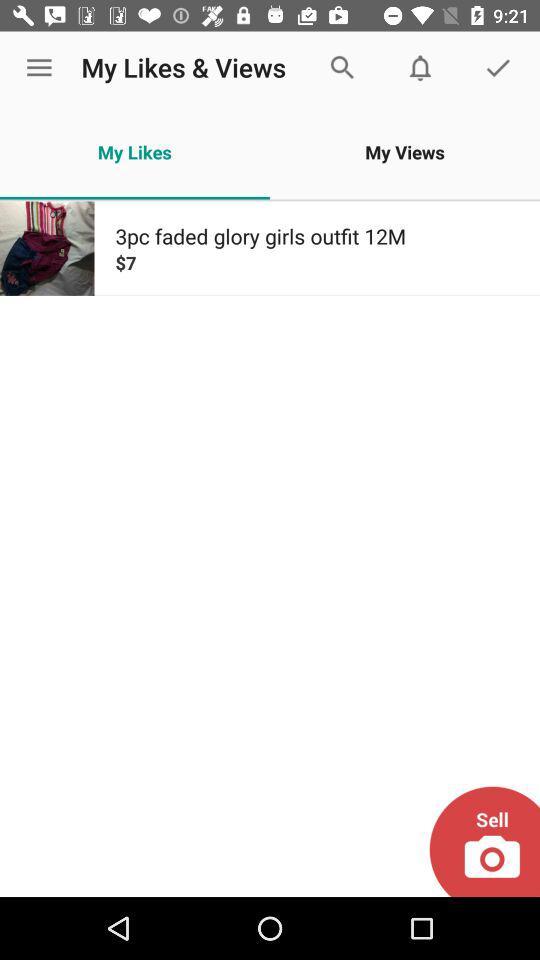  I want to click on icon below the $7, so click(483, 840).